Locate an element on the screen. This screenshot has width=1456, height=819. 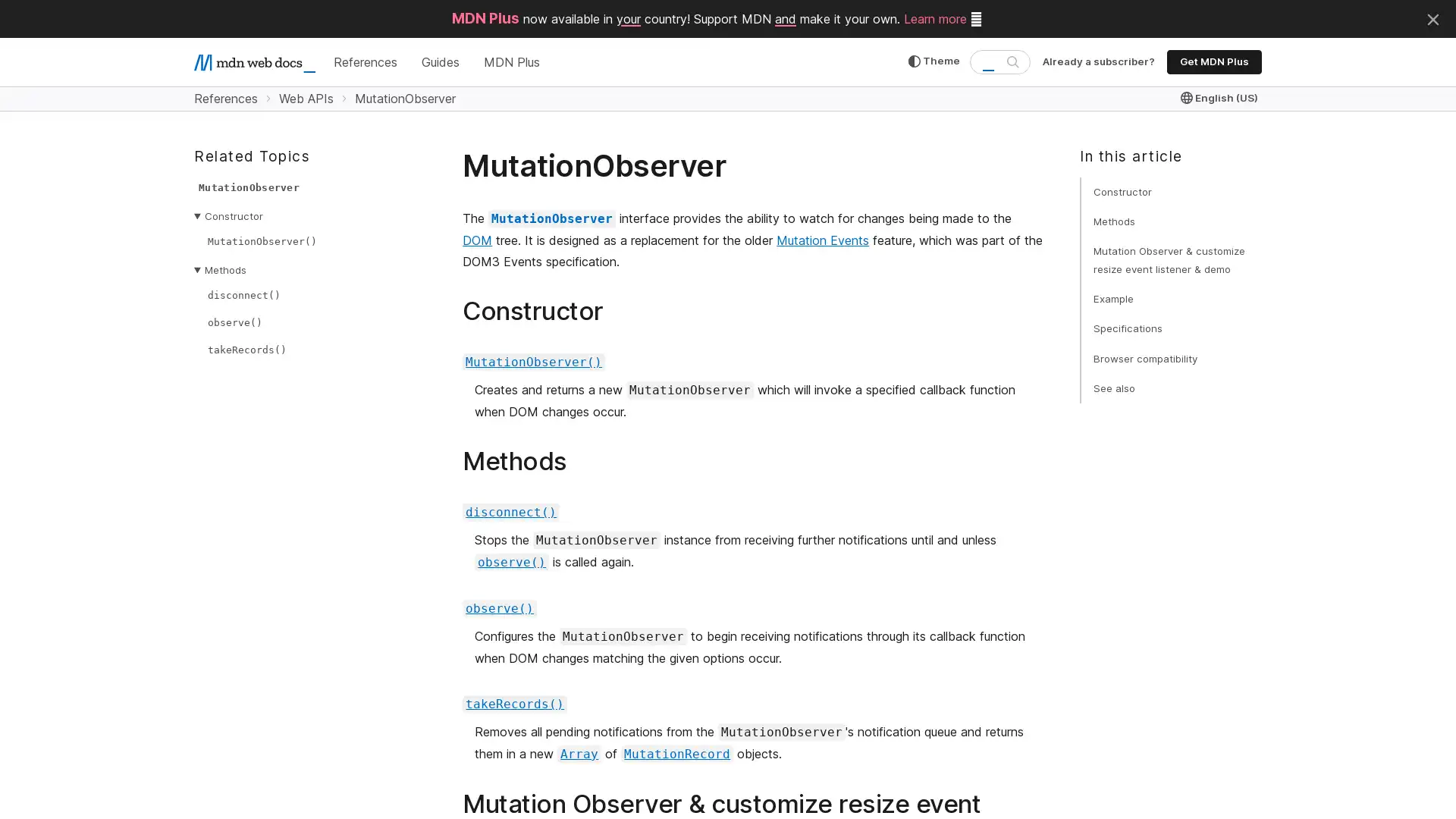
SEARCH is located at coordinates (1012, 61).